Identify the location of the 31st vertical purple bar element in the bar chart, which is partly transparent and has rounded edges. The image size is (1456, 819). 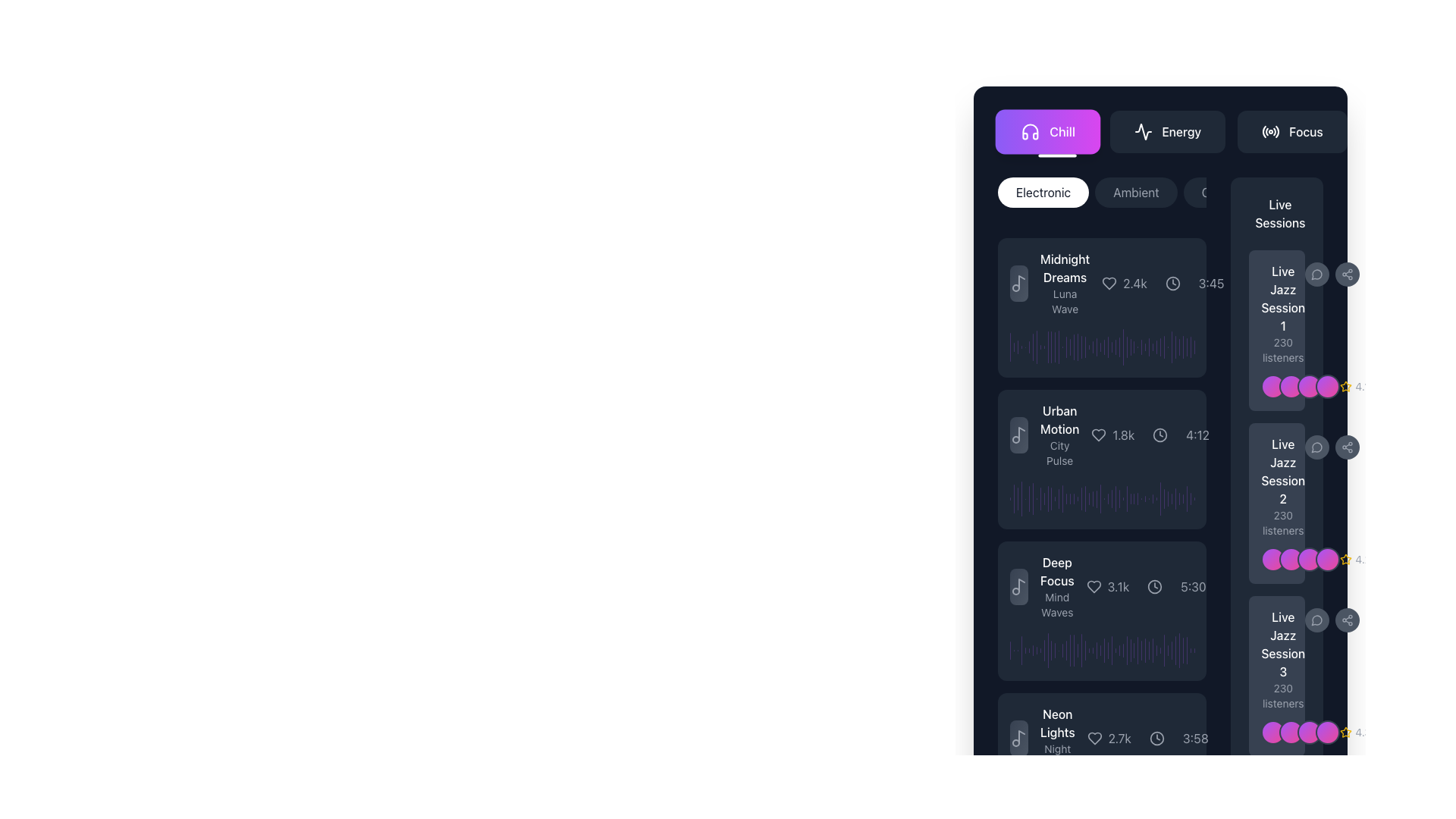
(1163, 801).